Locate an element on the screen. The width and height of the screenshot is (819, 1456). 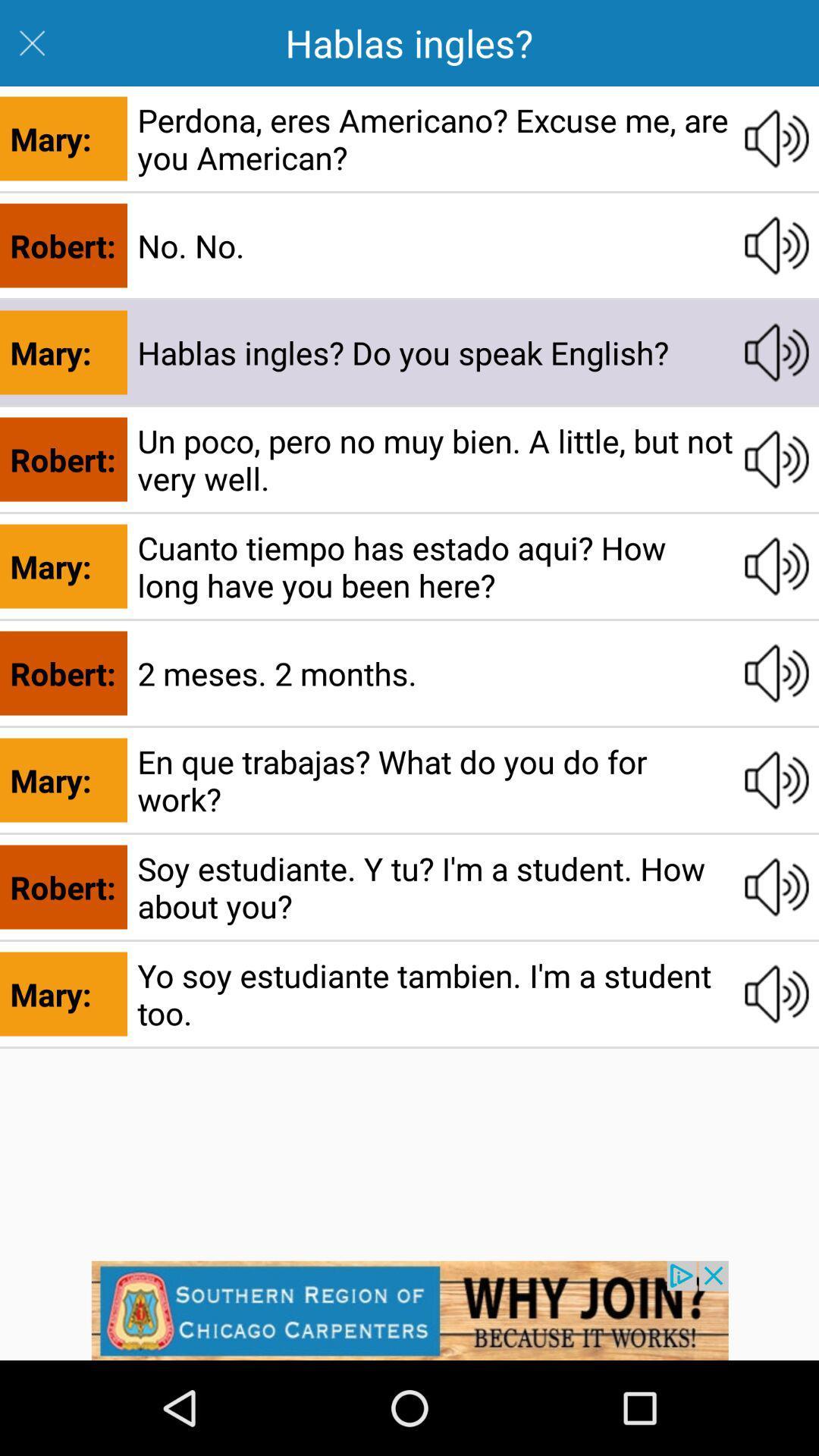
the close icon is located at coordinates (32, 43).